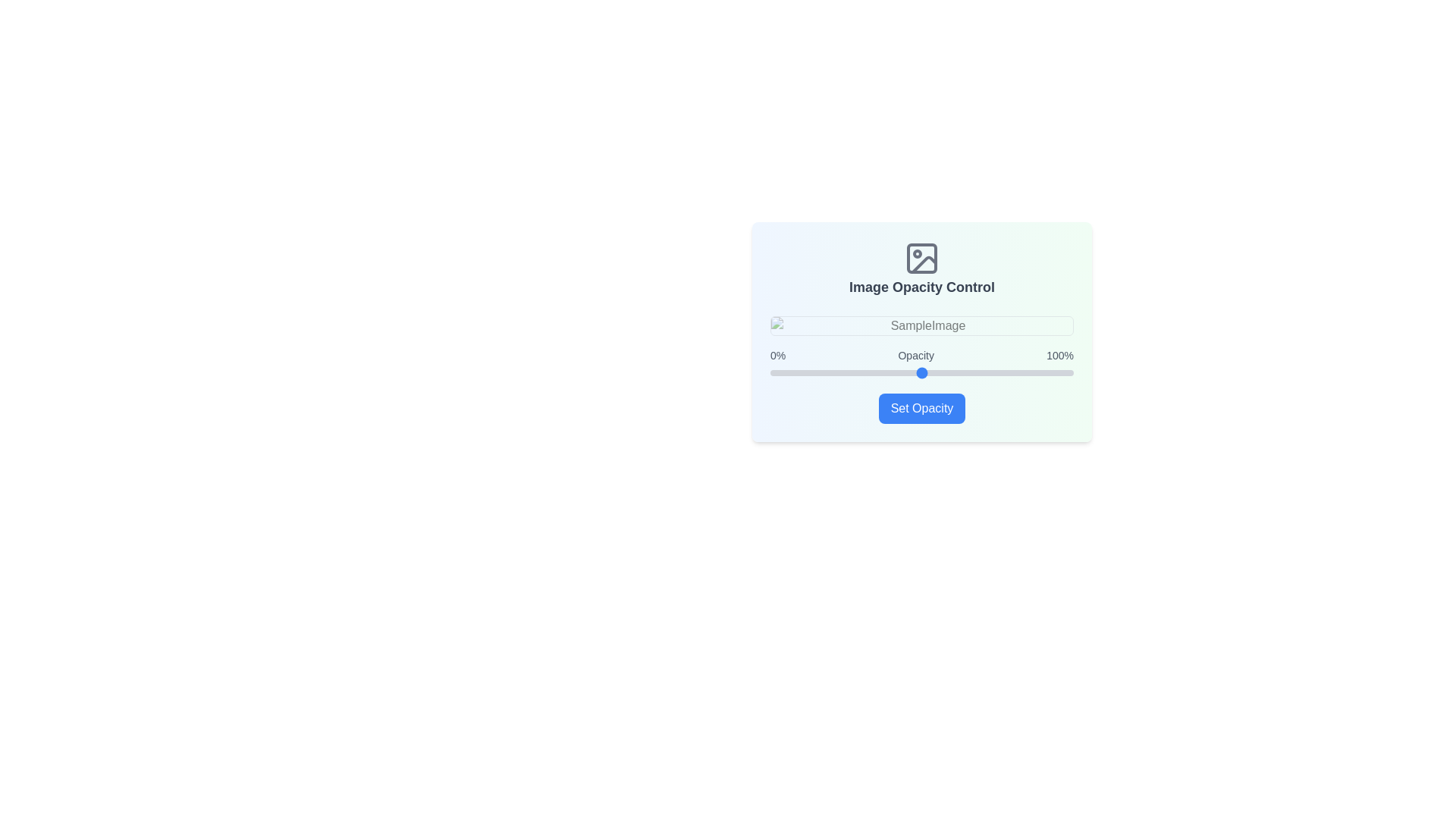 The image size is (1456, 819). Describe the element at coordinates (830, 373) in the screenshot. I see `the opacity slider to set the opacity to 20%` at that location.